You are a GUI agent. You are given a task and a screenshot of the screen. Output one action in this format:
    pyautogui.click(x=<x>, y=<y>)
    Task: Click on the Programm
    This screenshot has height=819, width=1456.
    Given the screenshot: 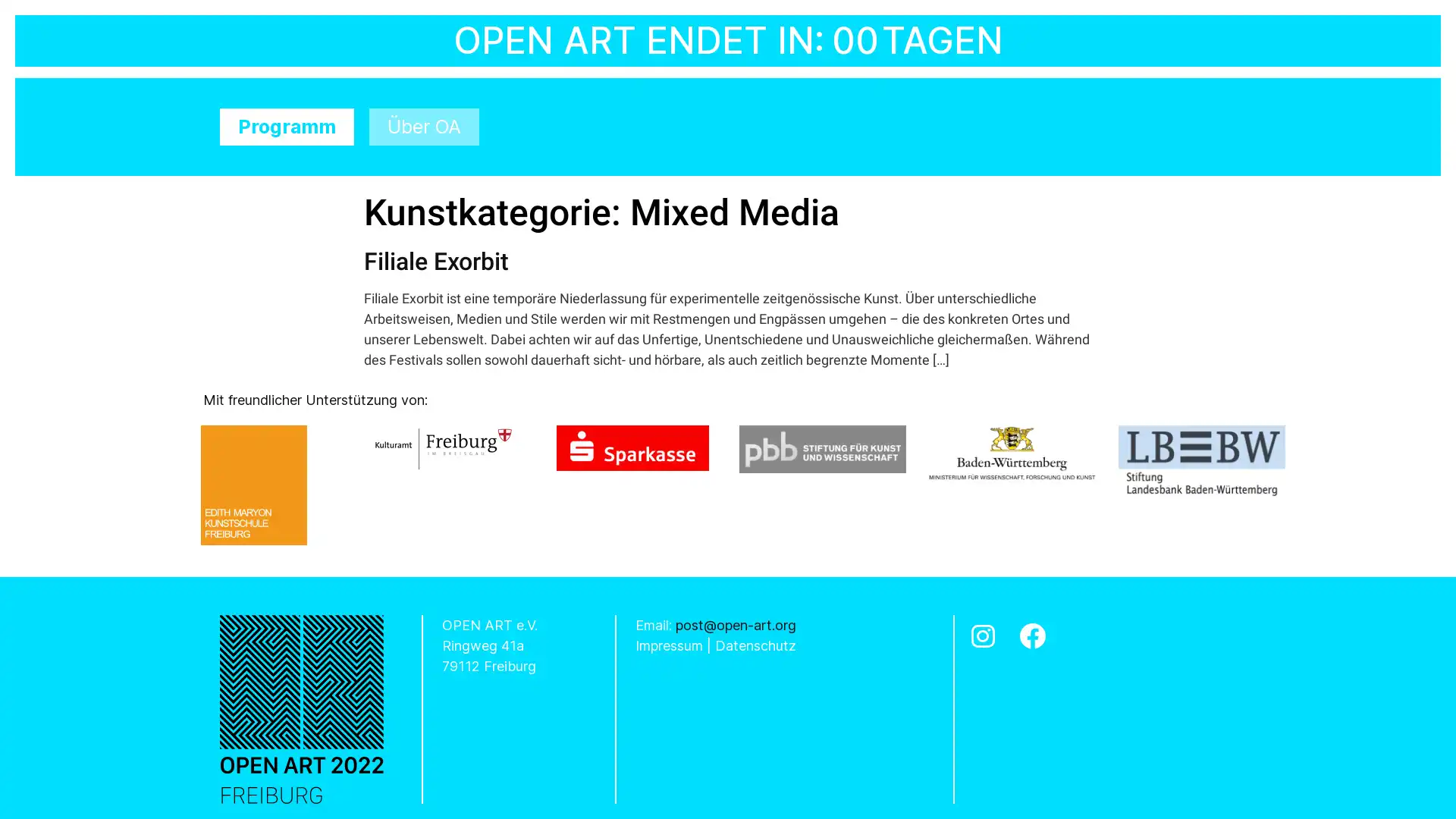 What is the action you would take?
    pyautogui.click(x=287, y=126)
    